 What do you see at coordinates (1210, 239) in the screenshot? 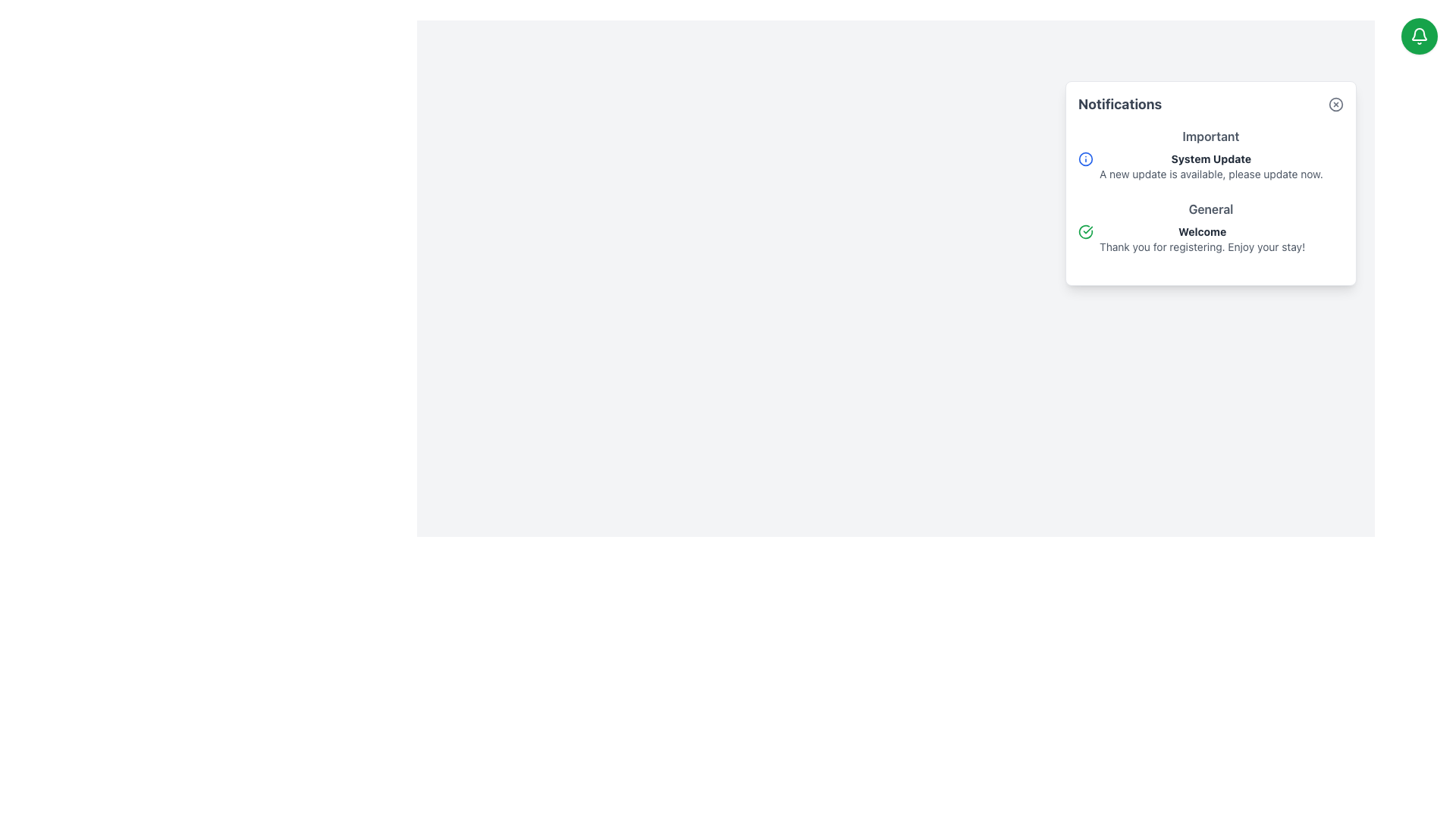
I see `the text block containing the title 'Welcome' and the message 'Thank you for registering. Enjoy your stay!', which is located under the 'General' section in the notification dropdown` at bounding box center [1210, 239].